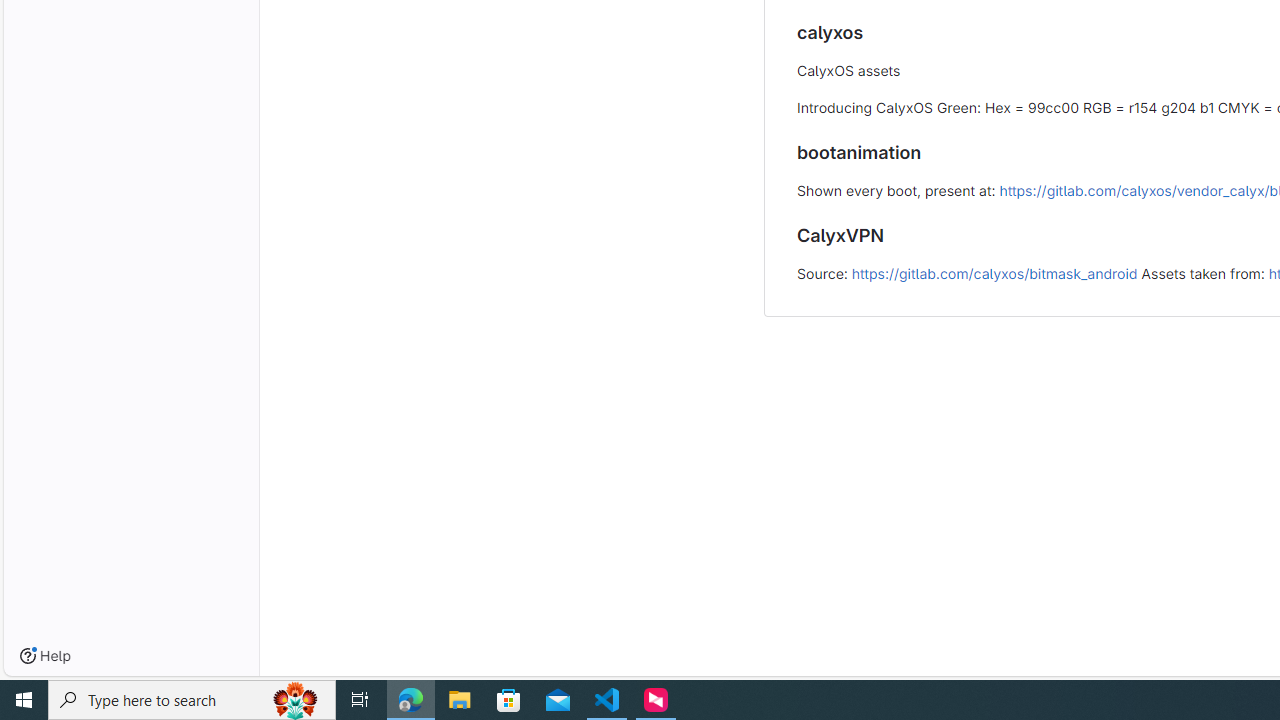  I want to click on 'https://gitlab.com/calyxos/bitmask_android', so click(994, 273).